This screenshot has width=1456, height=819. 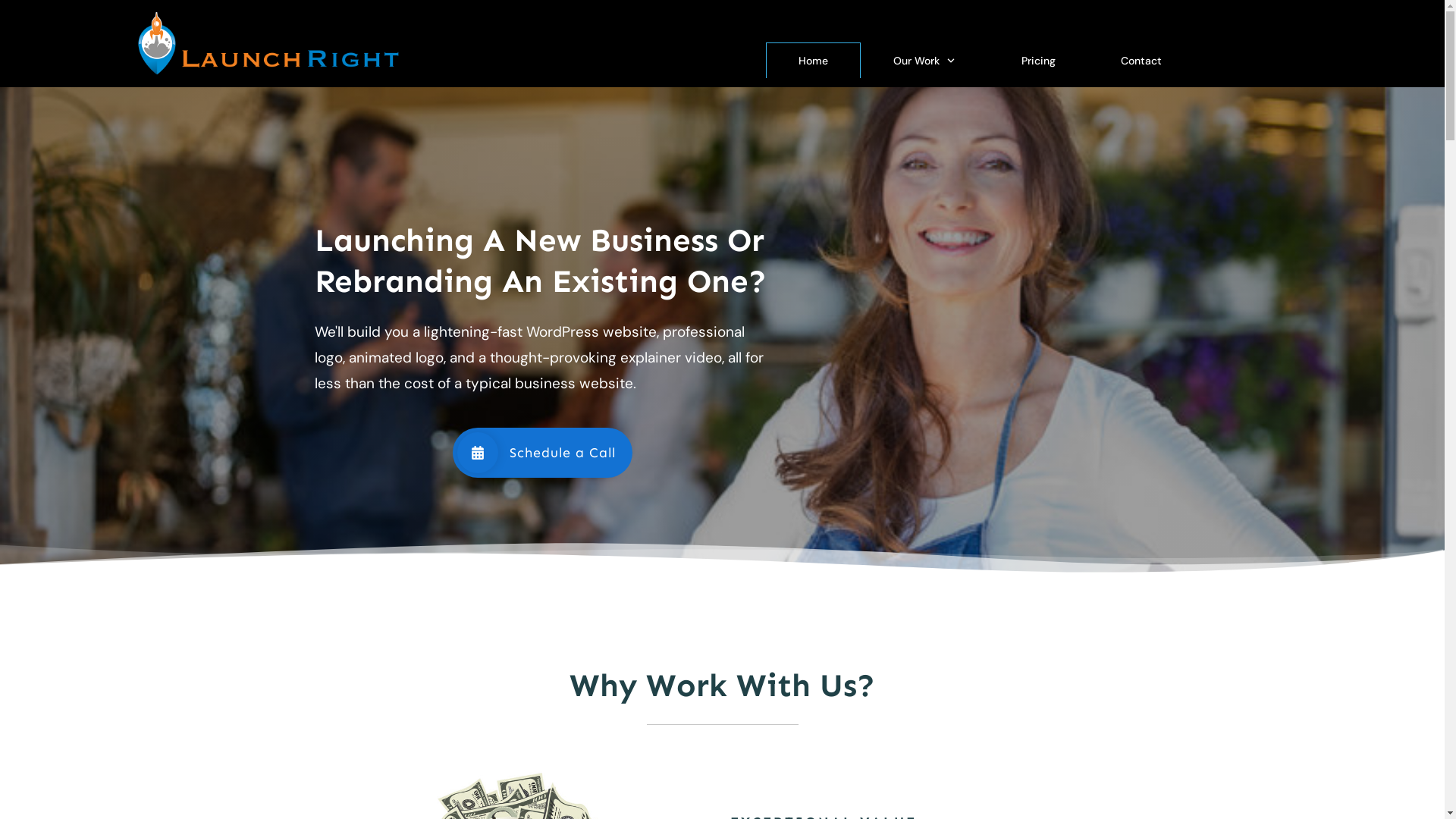 What do you see at coordinates (1037, 60) in the screenshot?
I see `'Pricing'` at bounding box center [1037, 60].